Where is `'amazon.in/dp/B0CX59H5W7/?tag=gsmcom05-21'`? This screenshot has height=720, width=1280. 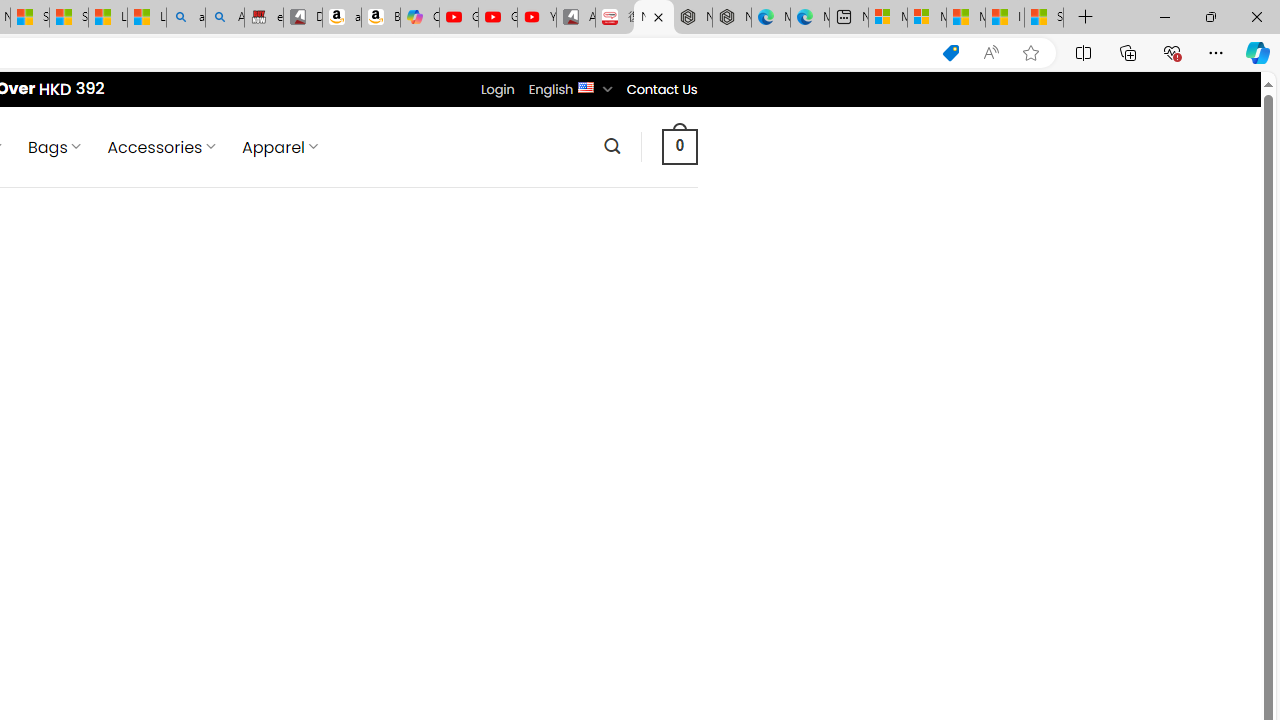
'amazon.in/dp/B0CX59H5W7/?tag=gsmcom05-21' is located at coordinates (341, 17).